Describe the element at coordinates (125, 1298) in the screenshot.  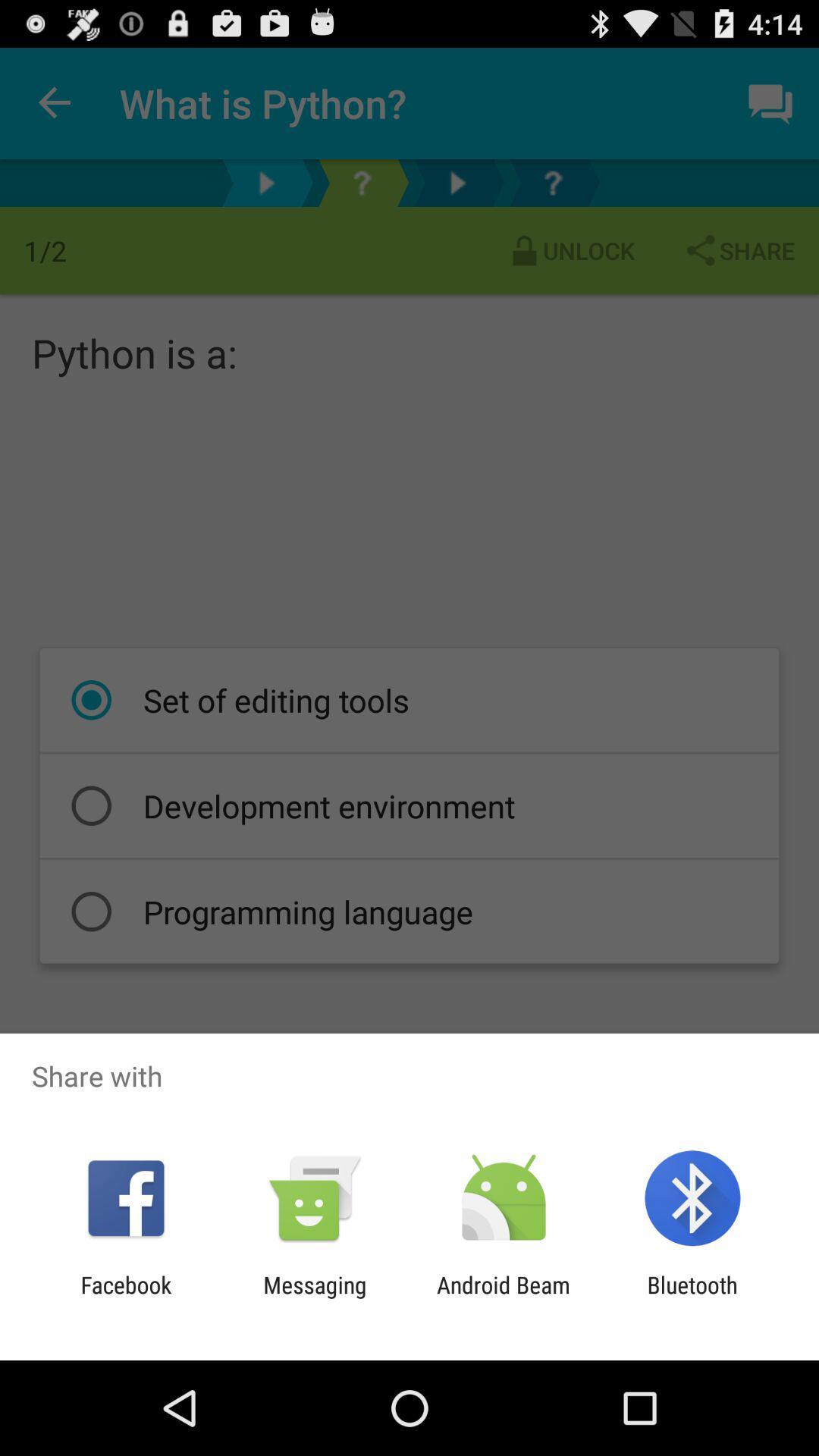
I see `the facebook` at that location.